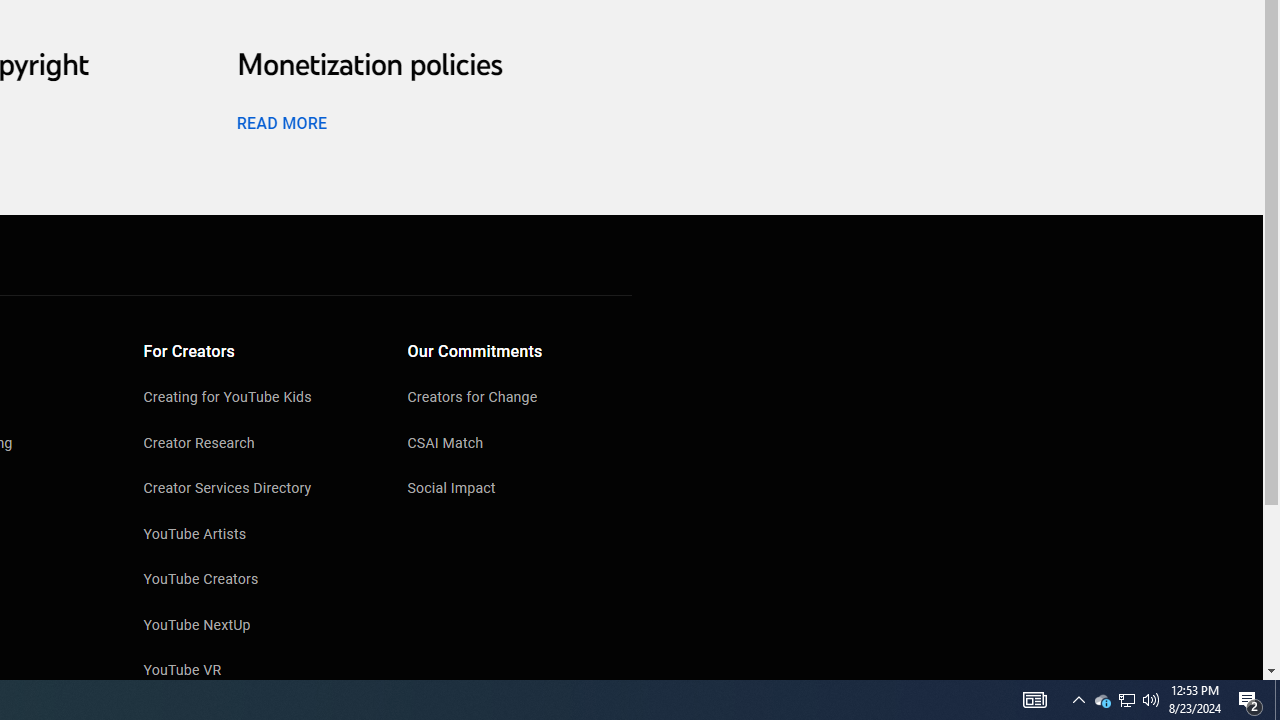 The width and height of the screenshot is (1280, 720). Describe the element at coordinates (280, 123) in the screenshot. I see `'READ MORE'` at that location.